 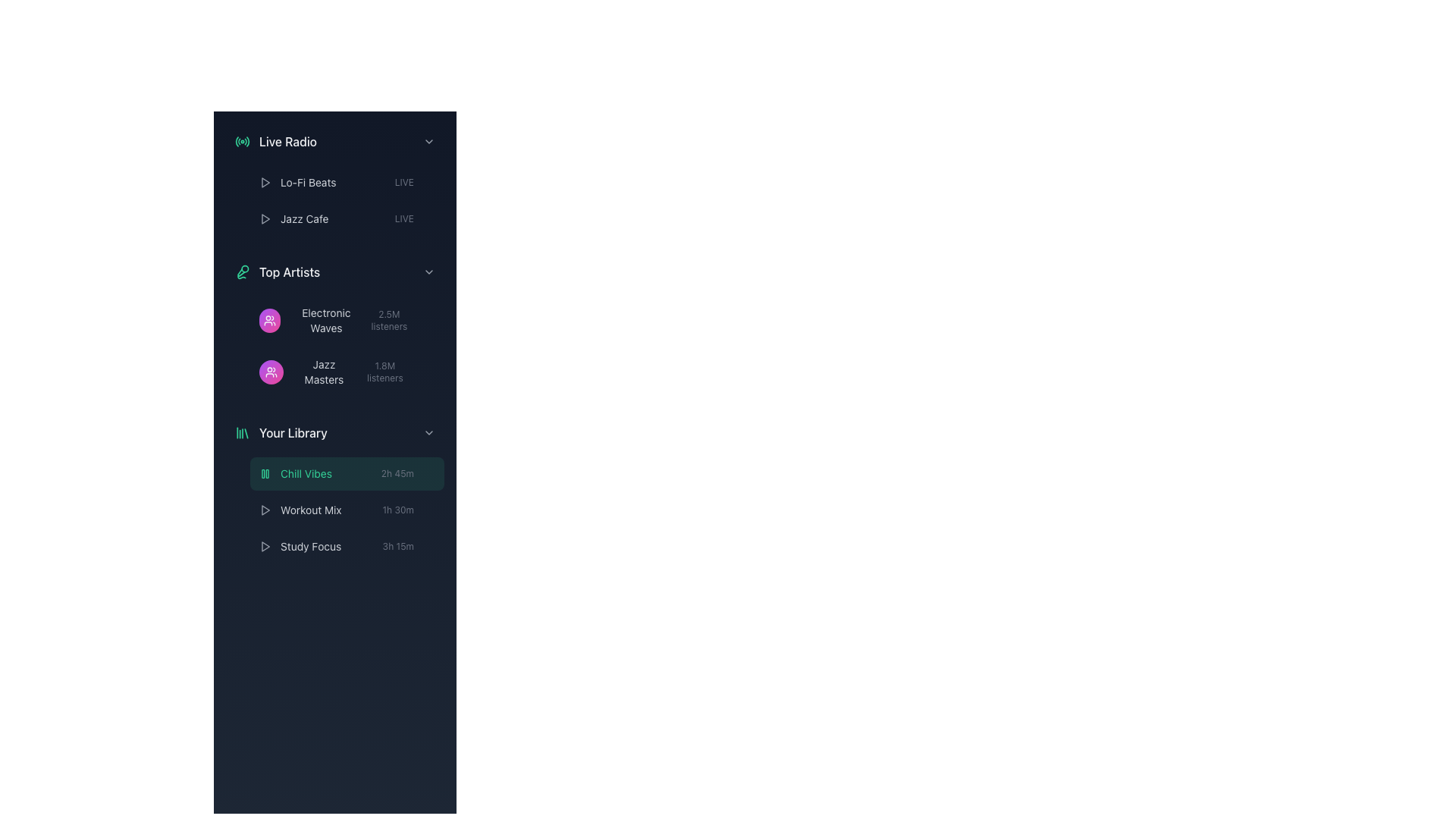 What do you see at coordinates (334, 510) in the screenshot?
I see `the second item` at bounding box center [334, 510].